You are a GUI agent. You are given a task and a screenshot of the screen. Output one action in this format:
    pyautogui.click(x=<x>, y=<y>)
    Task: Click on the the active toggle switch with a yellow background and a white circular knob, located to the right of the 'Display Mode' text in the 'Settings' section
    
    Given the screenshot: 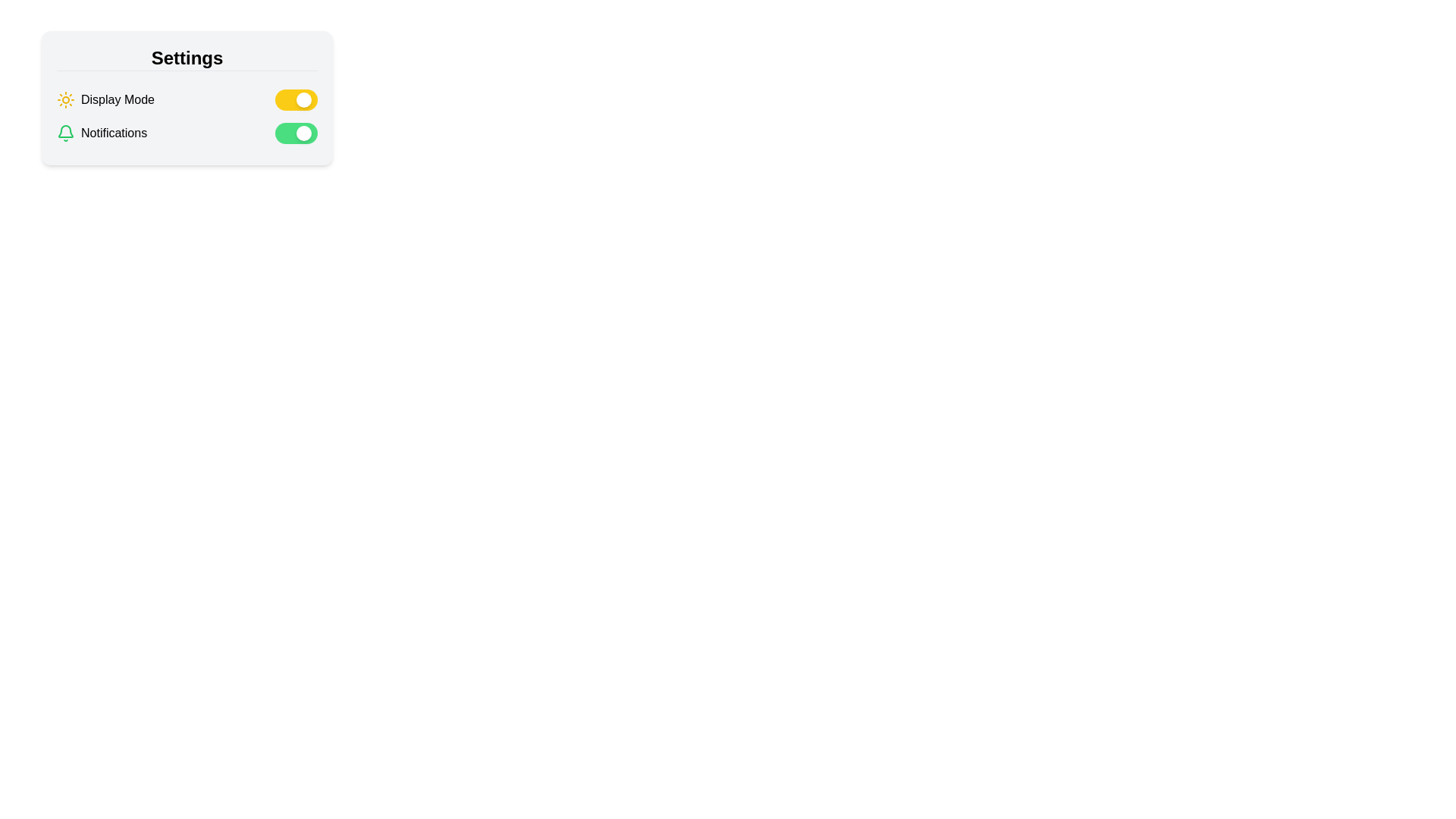 What is the action you would take?
    pyautogui.click(x=296, y=99)
    